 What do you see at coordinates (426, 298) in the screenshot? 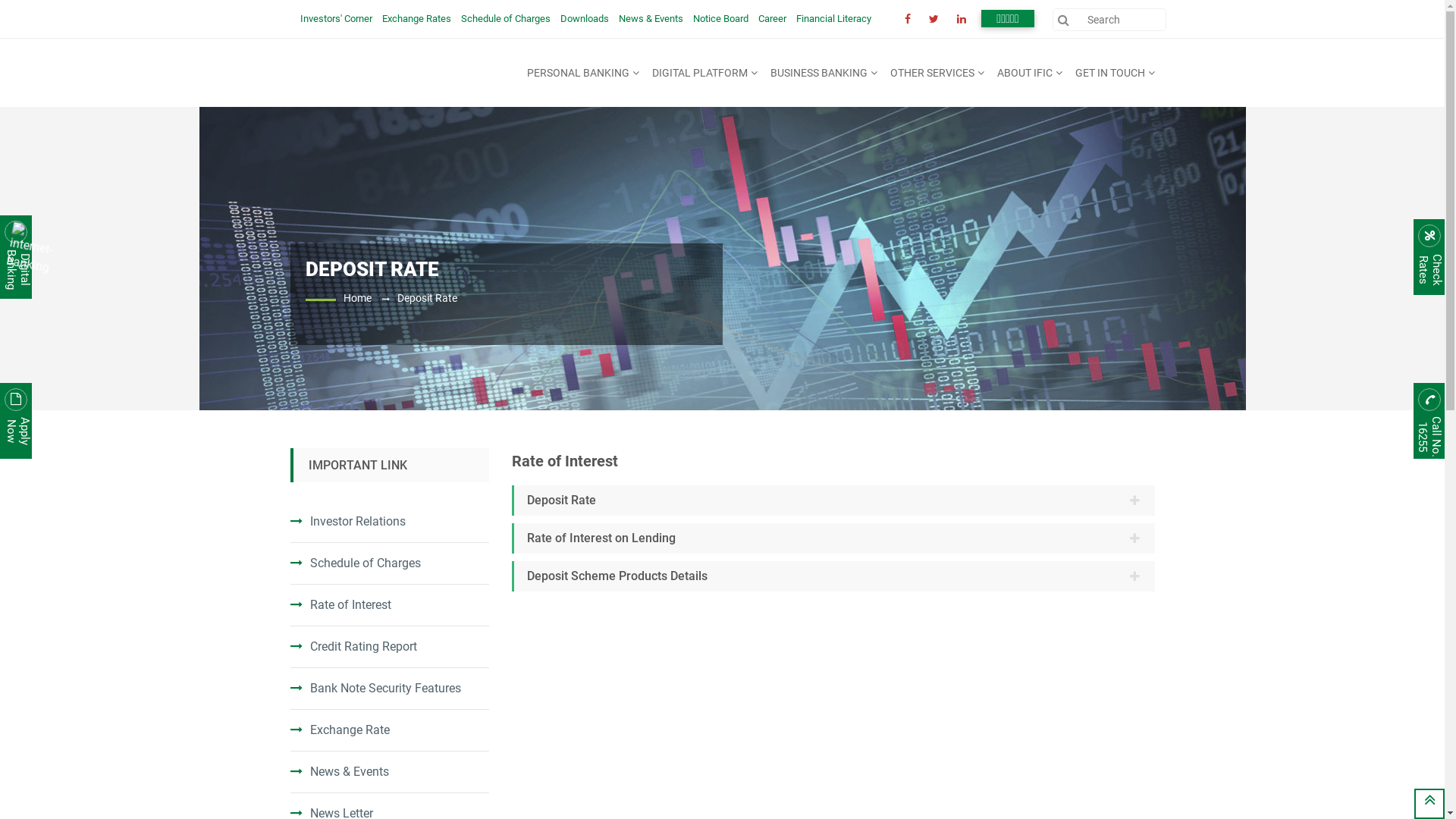
I see `'Deposit Rate'` at bounding box center [426, 298].